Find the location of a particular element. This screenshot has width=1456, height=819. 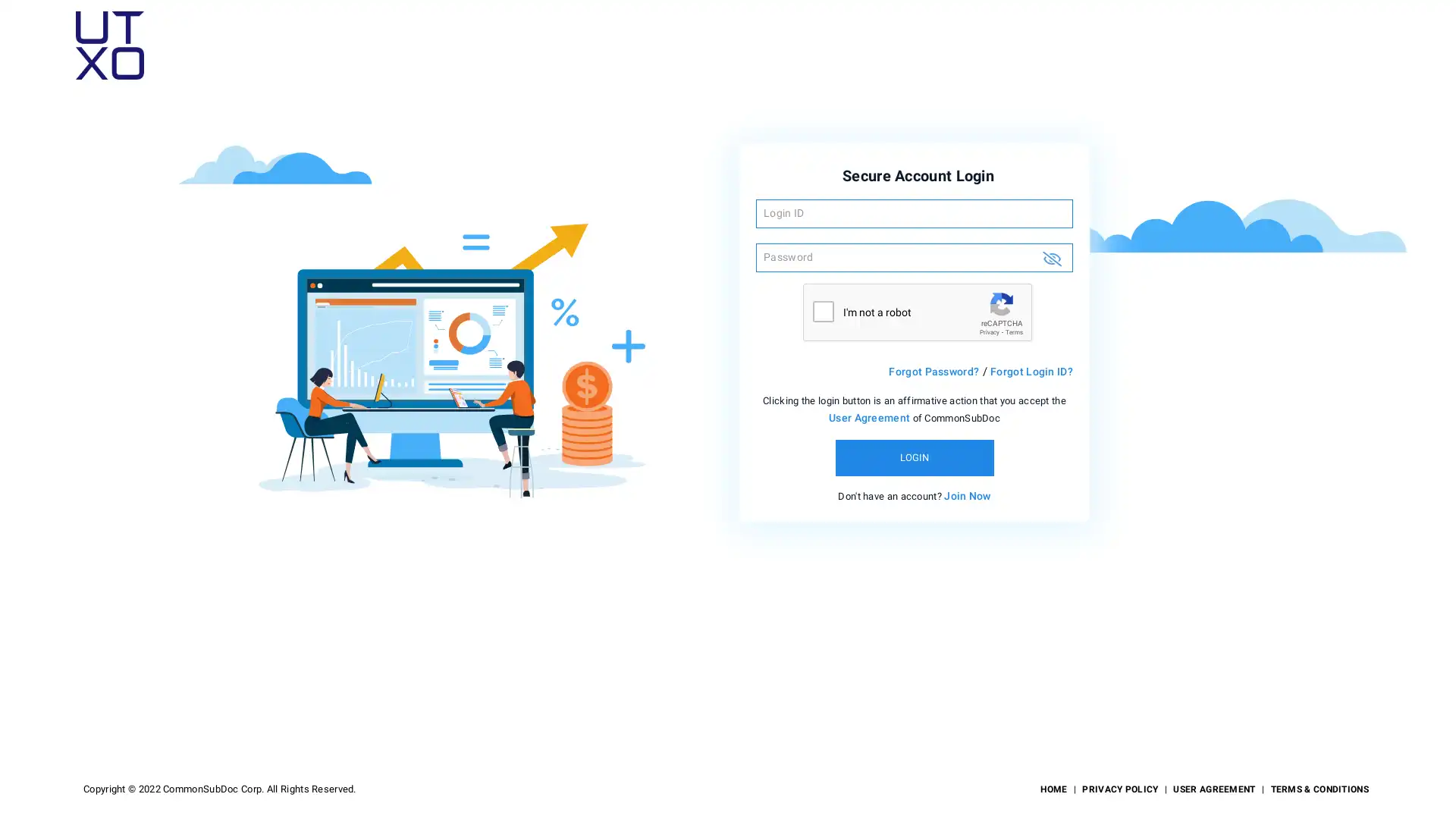

LOGIN is located at coordinates (913, 457).